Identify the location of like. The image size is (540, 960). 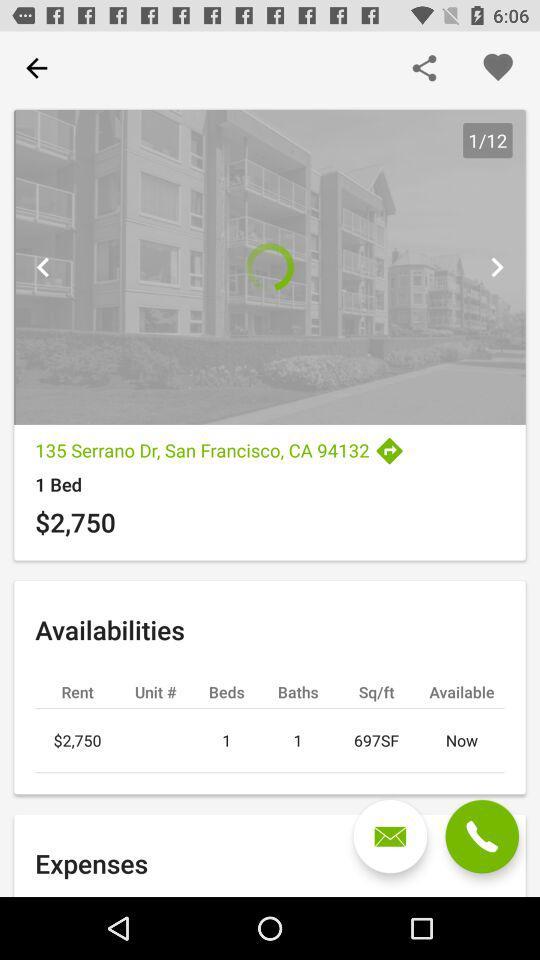
(496, 68).